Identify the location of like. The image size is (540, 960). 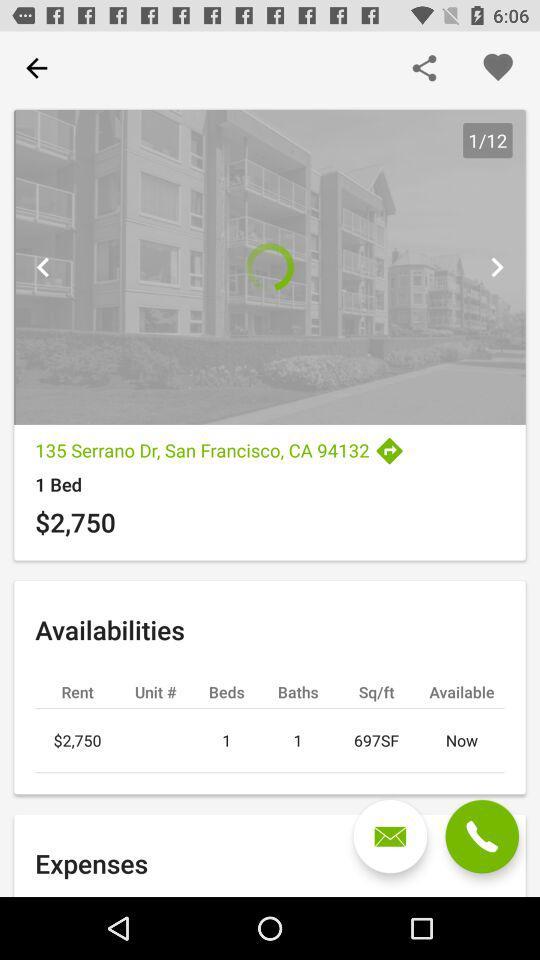
(496, 68).